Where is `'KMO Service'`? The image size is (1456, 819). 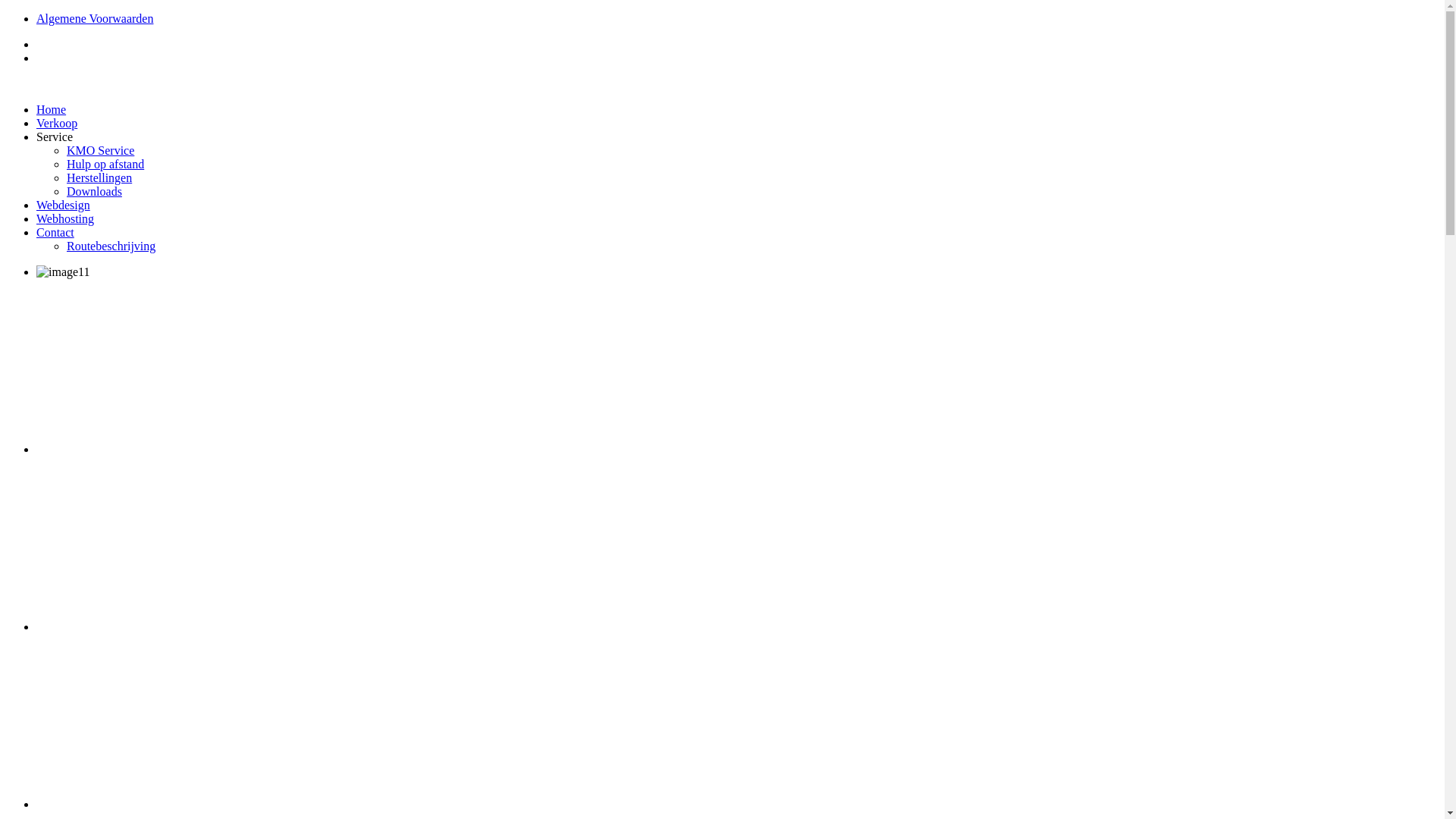 'KMO Service' is located at coordinates (99, 150).